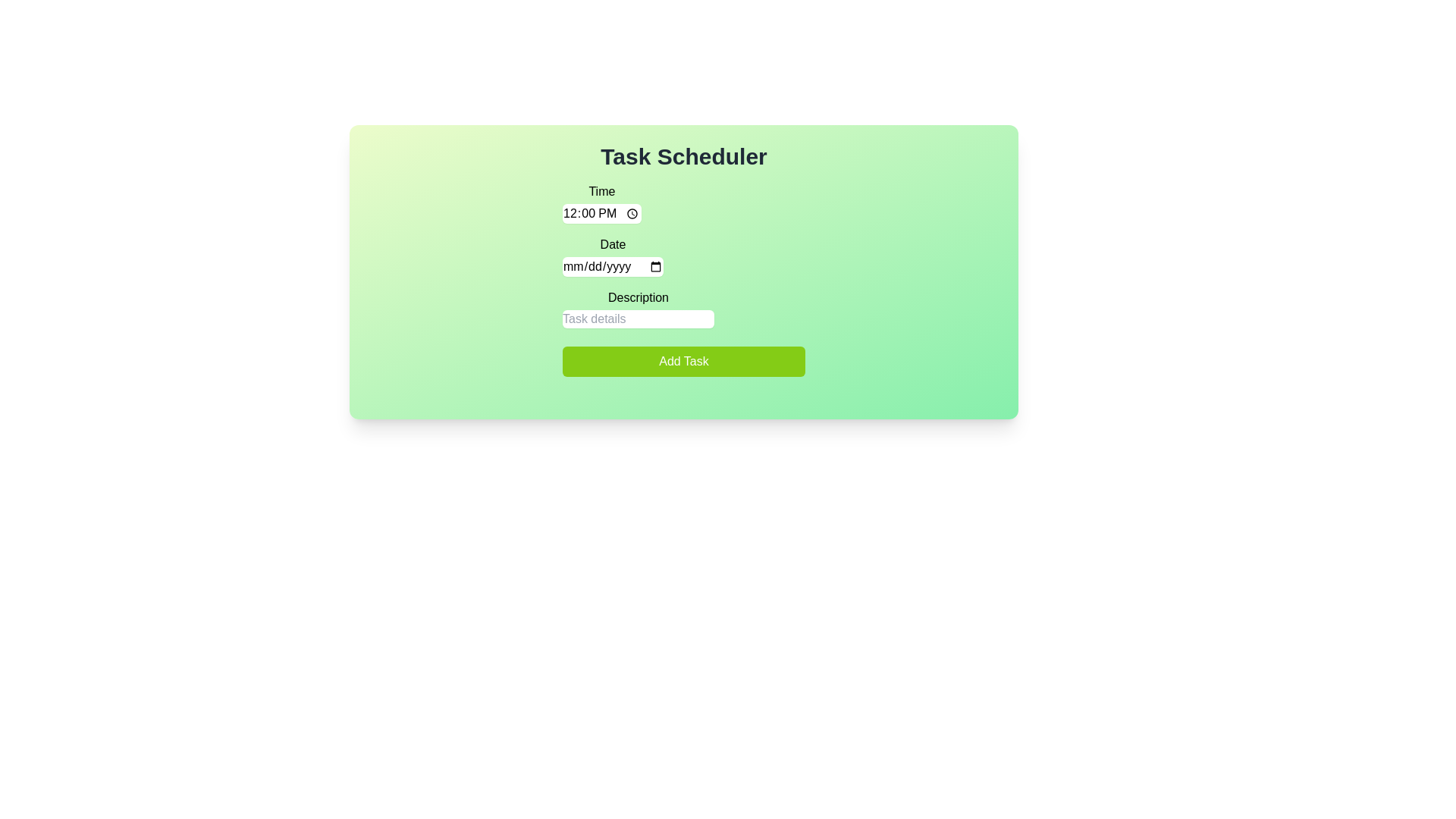 This screenshot has height=819, width=1456. Describe the element at coordinates (601, 213) in the screenshot. I see `the time input field located directly beneath the 'Time' label` at that location.